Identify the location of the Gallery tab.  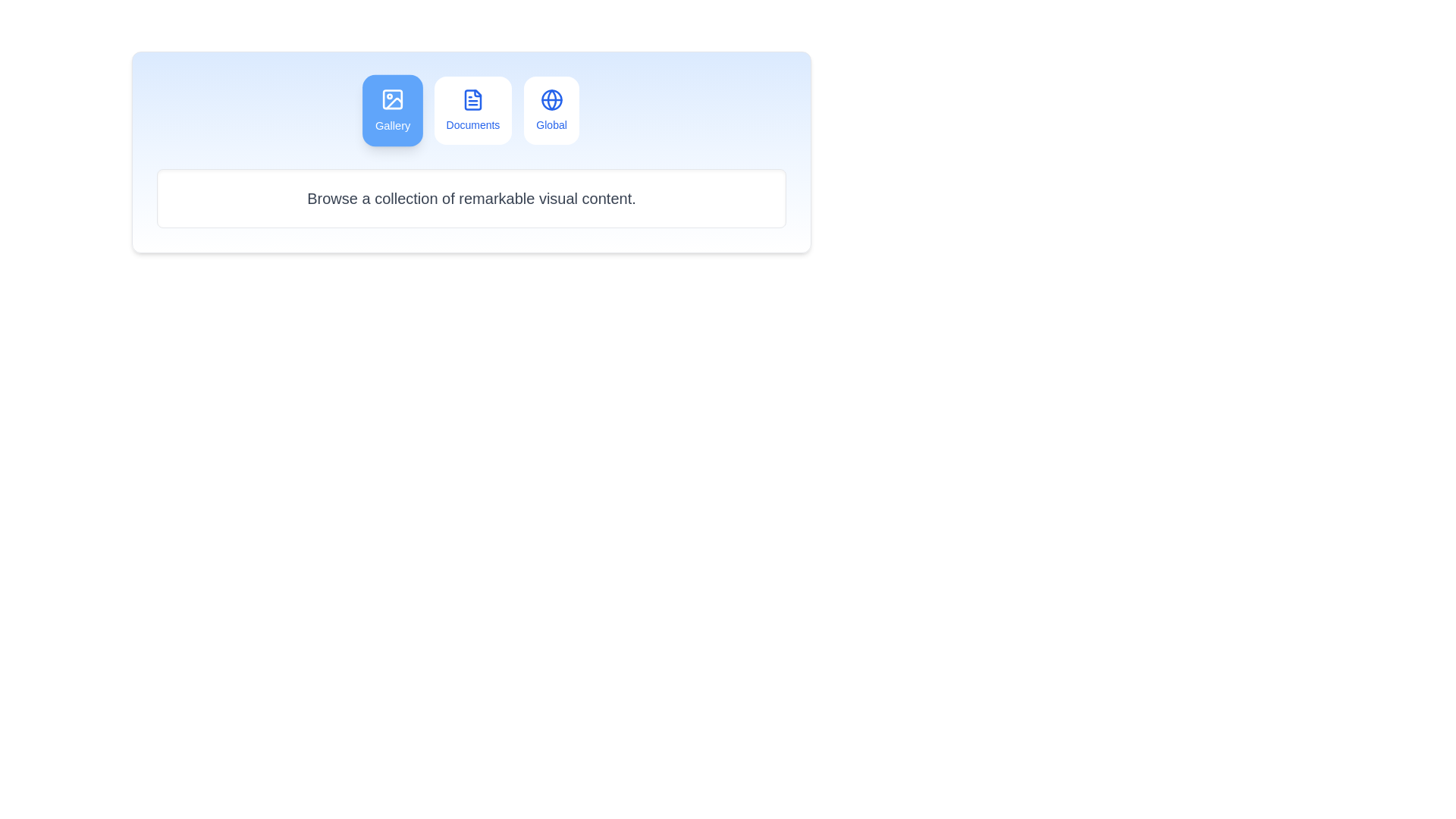
(393, 110).